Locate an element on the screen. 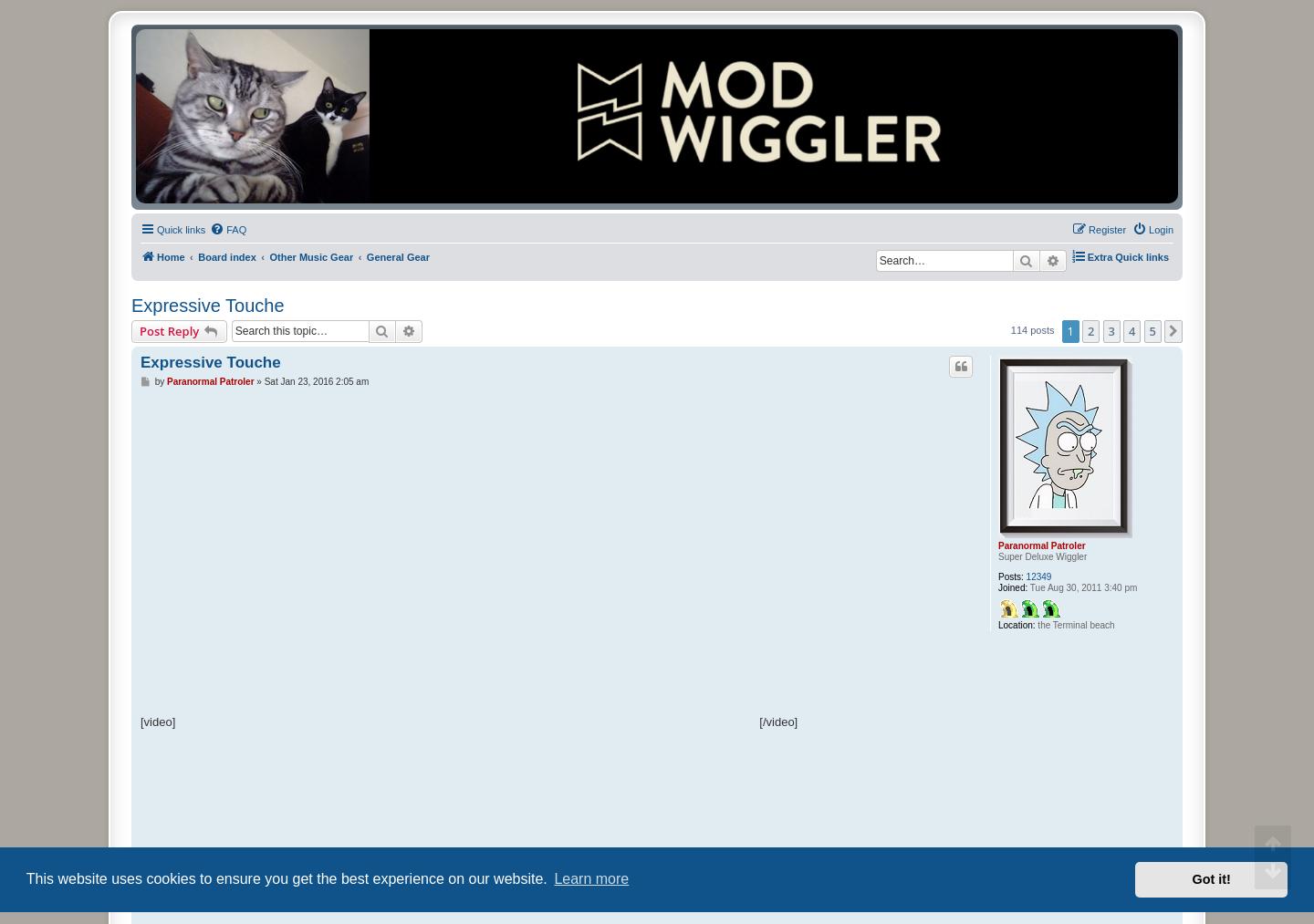  '[video]' is located at coordinates (156, 722).